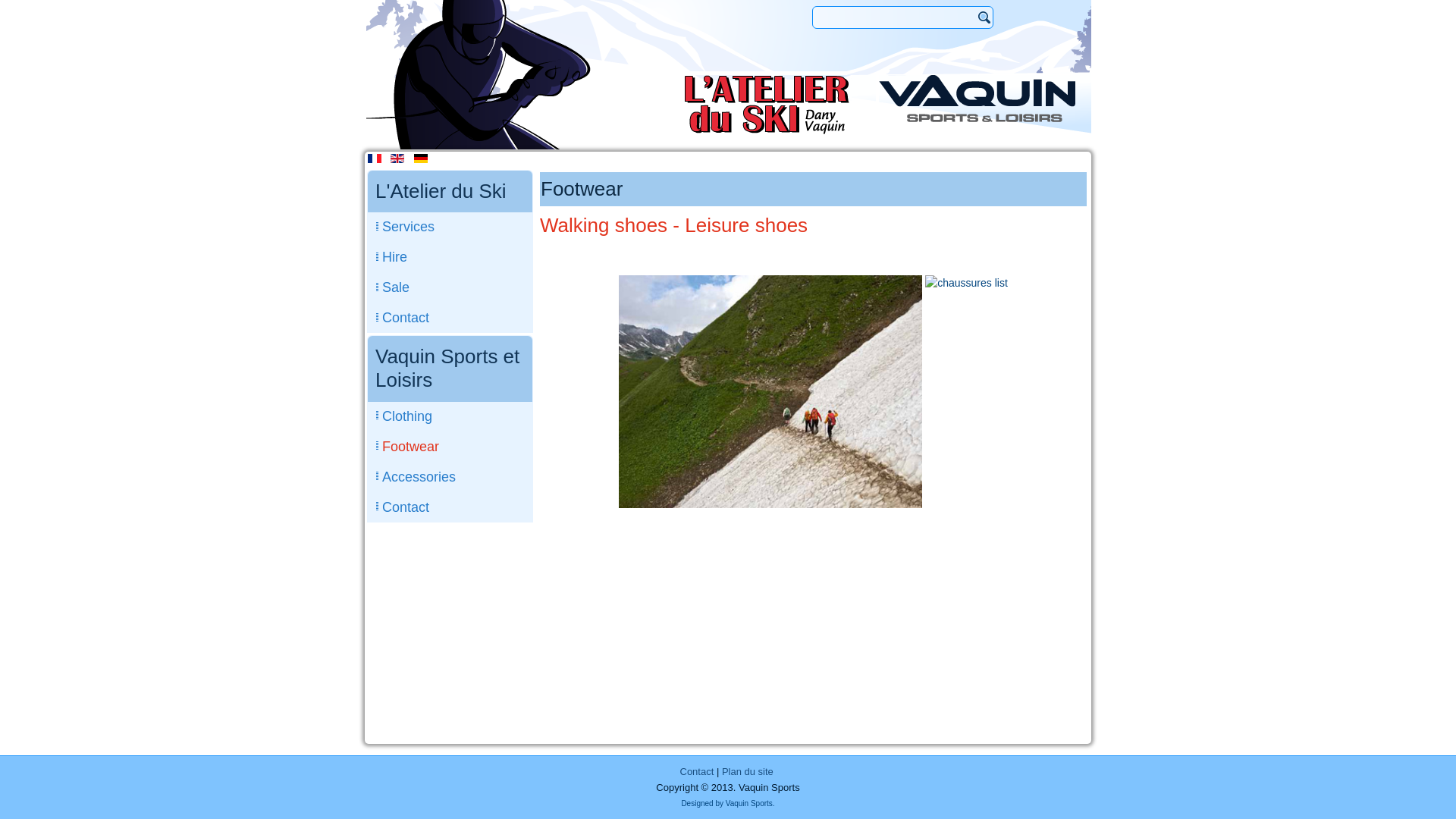  I want to click on 'English', so click(390, 158).